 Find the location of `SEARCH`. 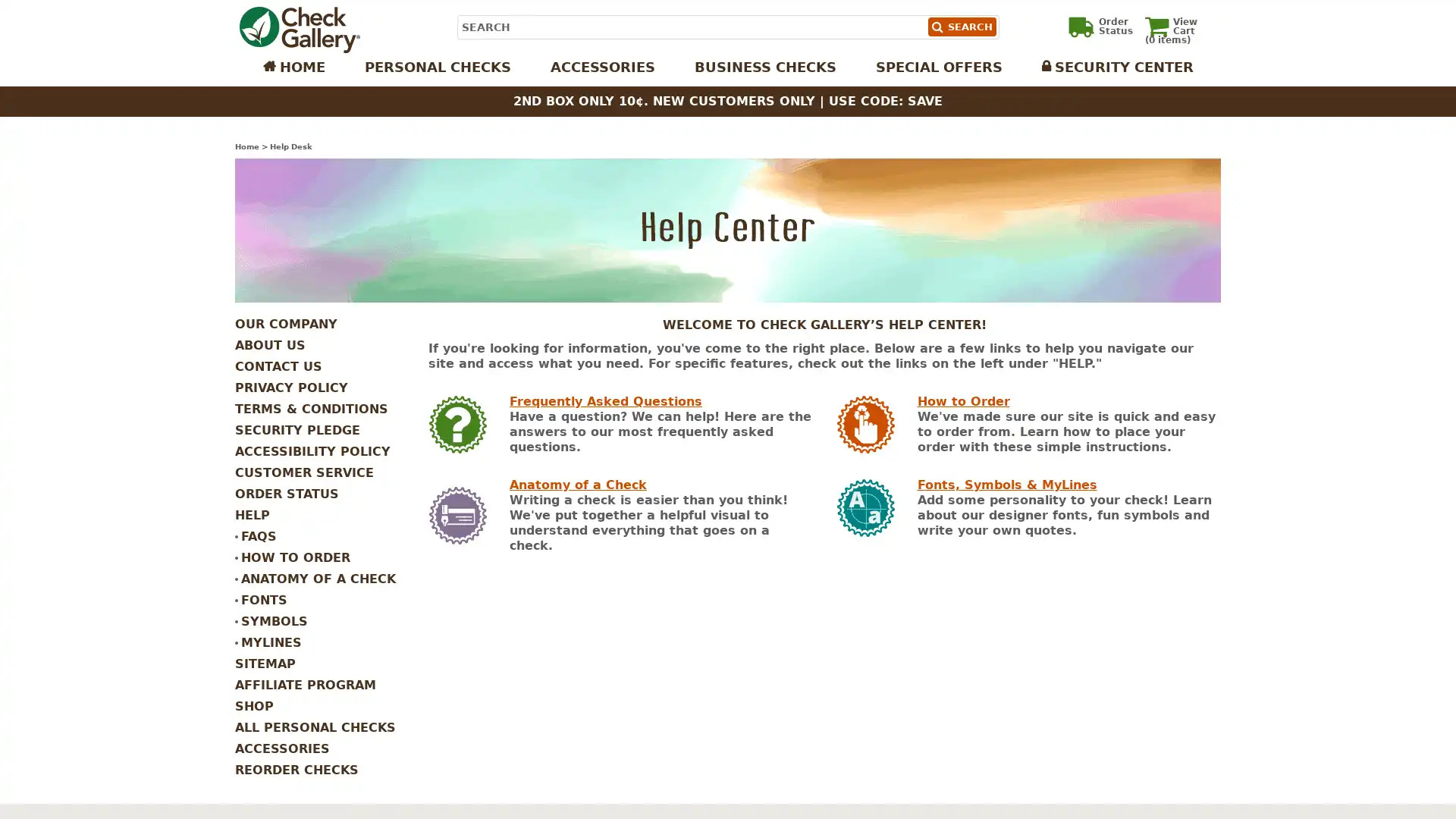

SEARCH is located at coordinates (960, 27).